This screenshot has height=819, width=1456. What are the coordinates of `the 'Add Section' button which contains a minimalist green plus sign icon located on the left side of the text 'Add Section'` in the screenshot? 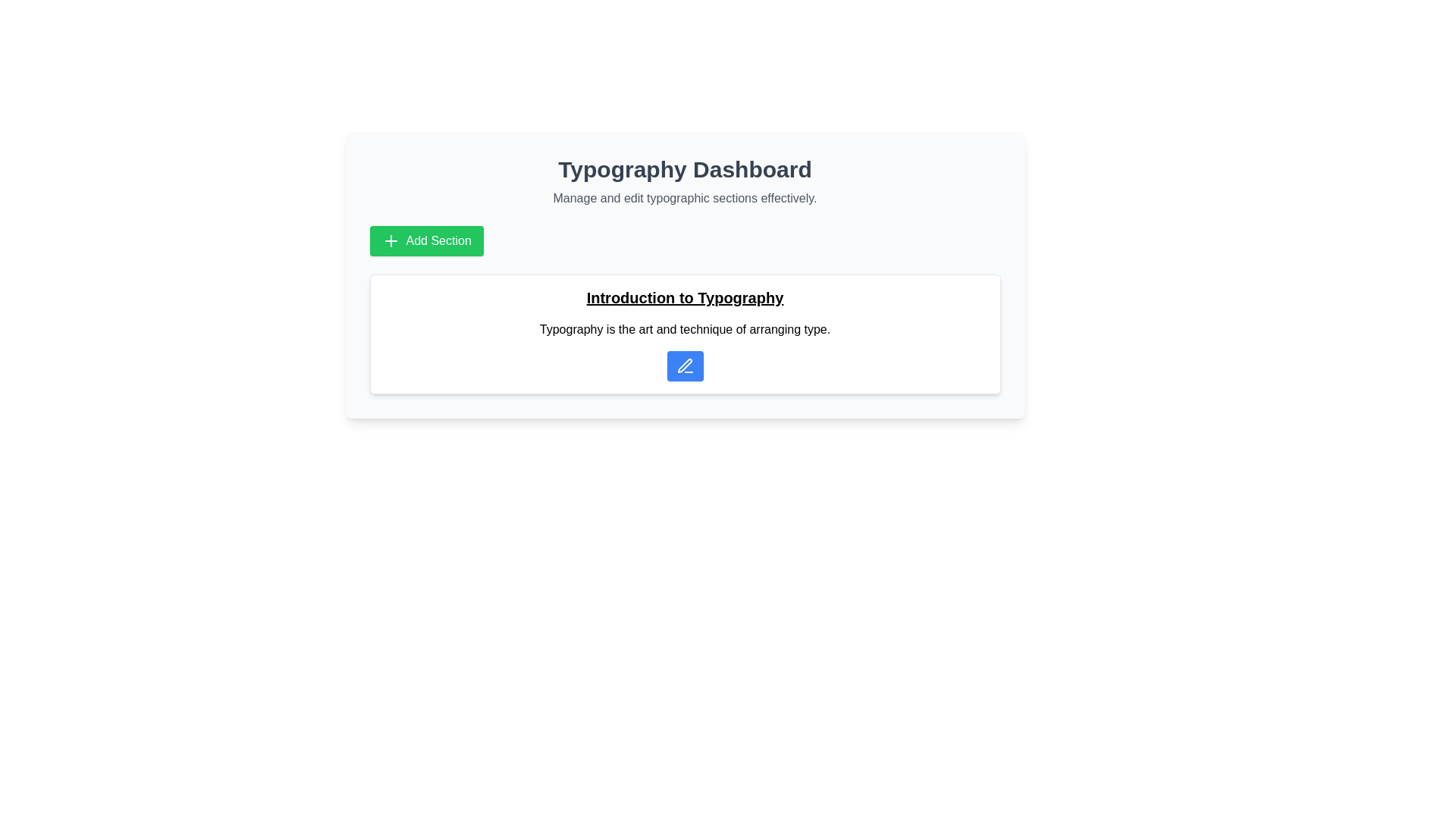 It's located at (391, 240).